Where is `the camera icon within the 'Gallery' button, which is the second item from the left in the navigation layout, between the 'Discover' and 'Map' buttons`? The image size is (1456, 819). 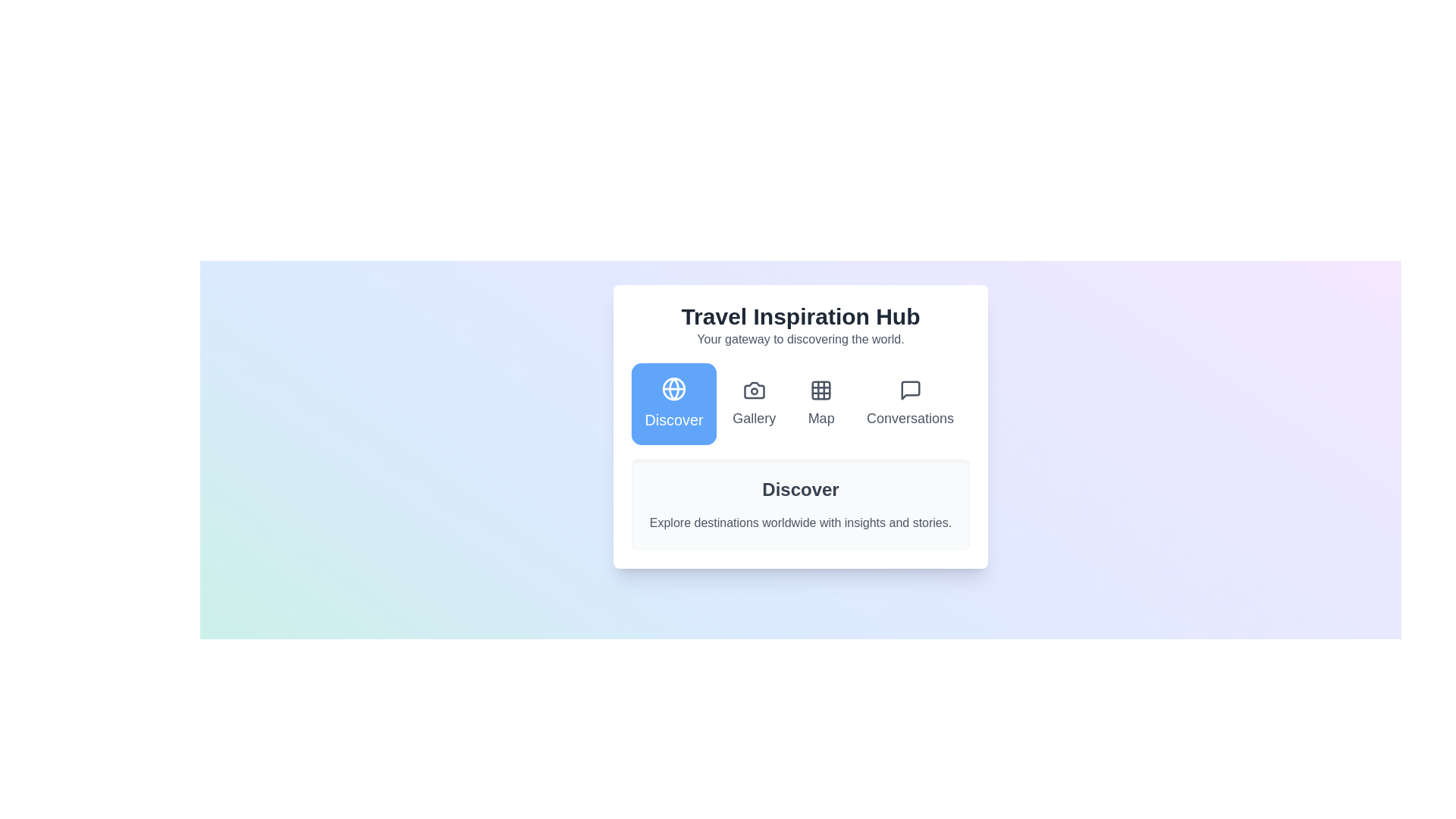
the camera icon within the 'Gallery' button, which is the second item from the left in the navigation layout, between the 'Discover' and 'Map' buttons is located at coordinates (754, 390).